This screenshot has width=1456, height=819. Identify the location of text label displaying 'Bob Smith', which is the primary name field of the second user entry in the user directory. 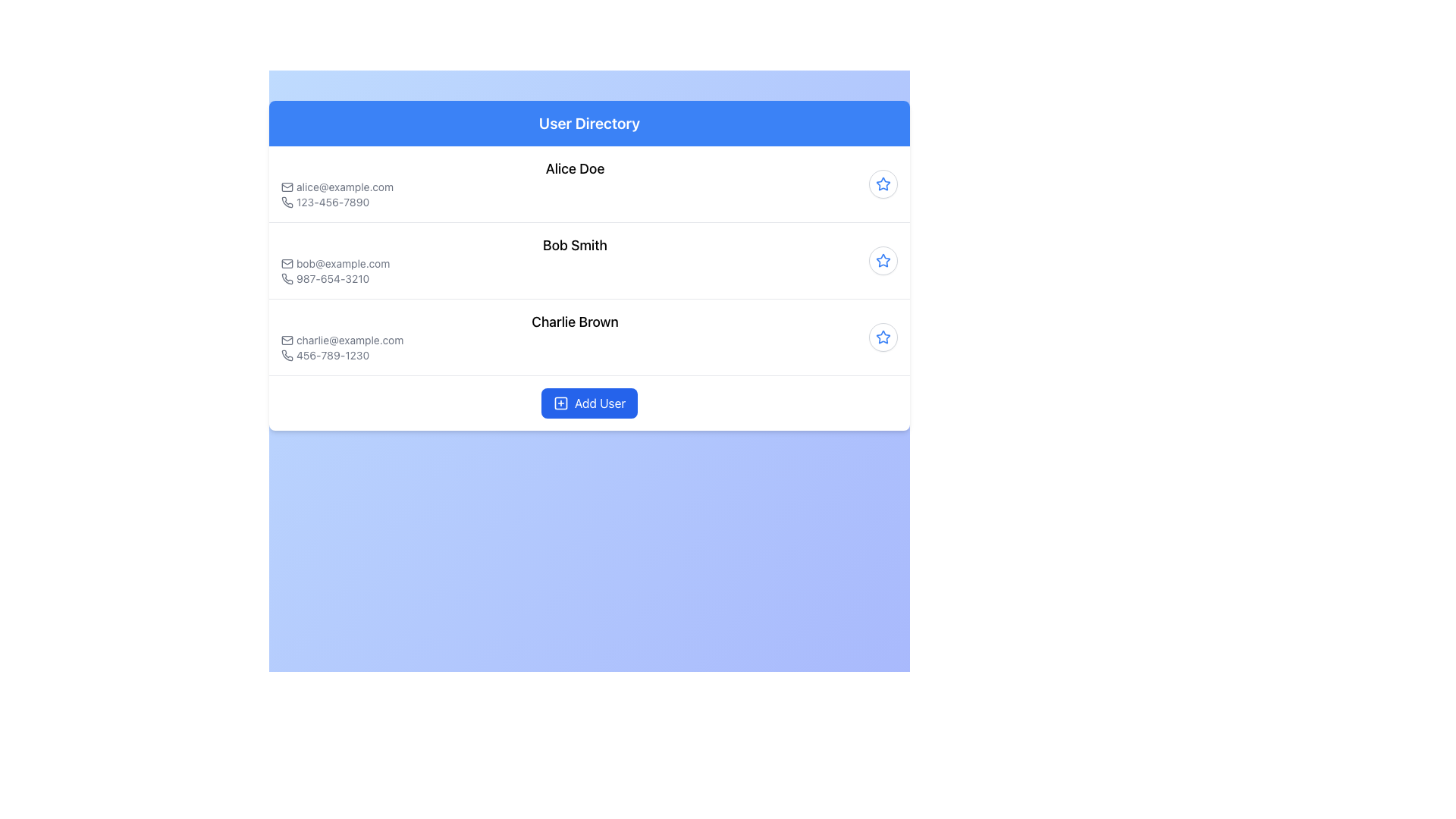
(574, 245).